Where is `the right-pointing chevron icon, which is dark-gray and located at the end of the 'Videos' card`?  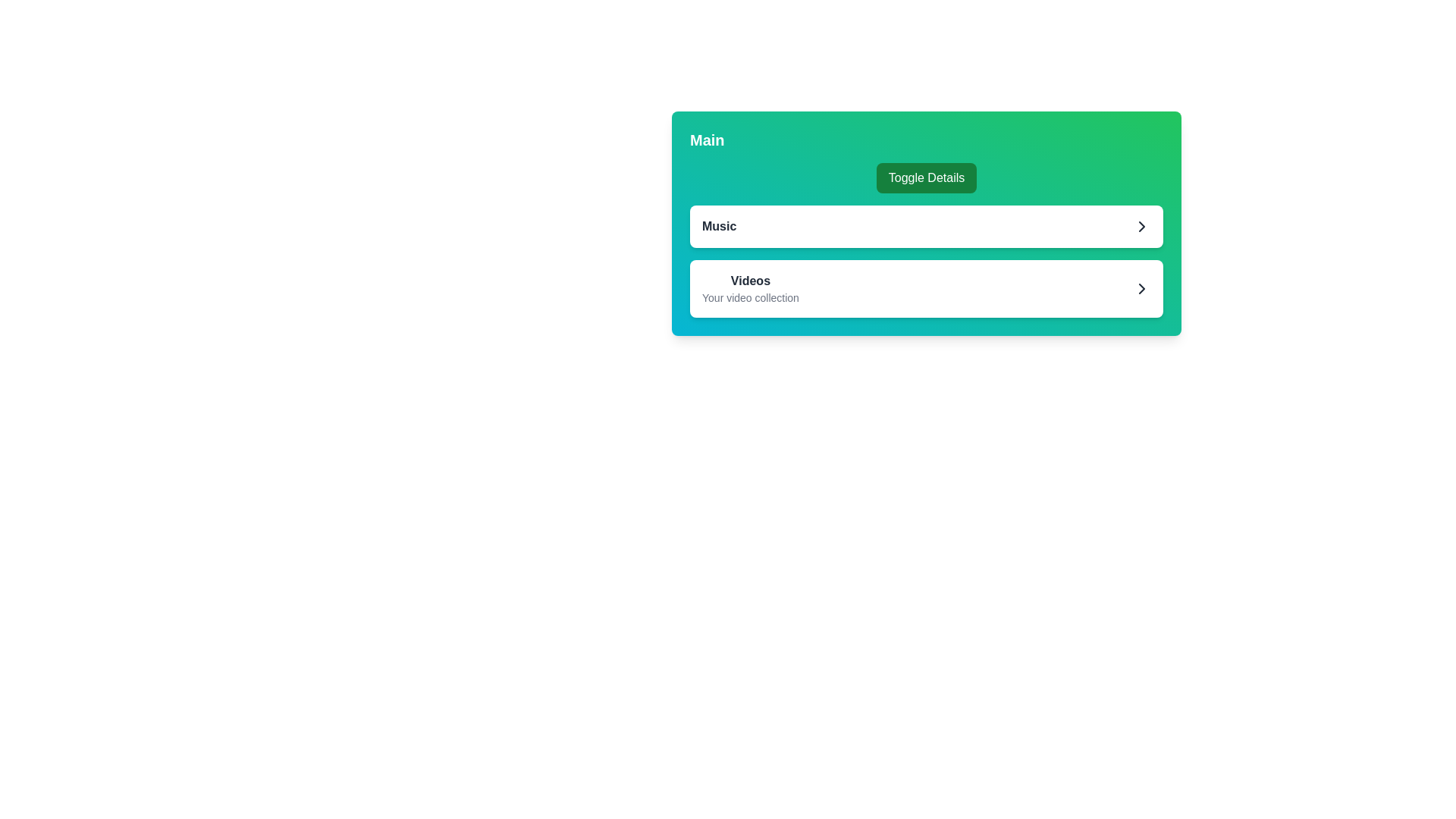
the right-pointing chevron icon, which is dark-gray and located at the end of the 'Videos' card is located at coordinates (1142, 289).